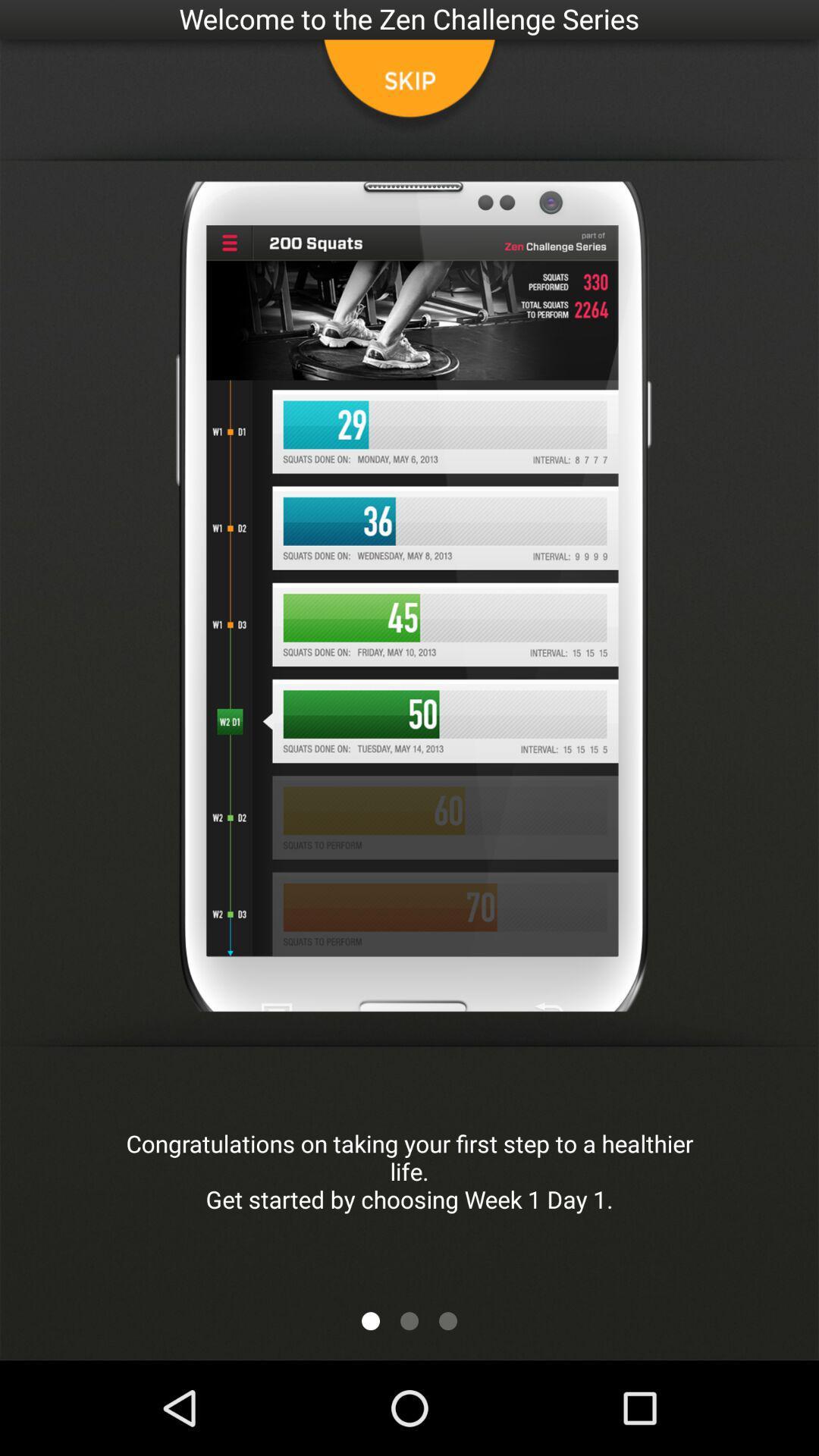 The height and width of the screenshot is (1456, 819). I want to click on 3rd slide, so click(447, 1320).